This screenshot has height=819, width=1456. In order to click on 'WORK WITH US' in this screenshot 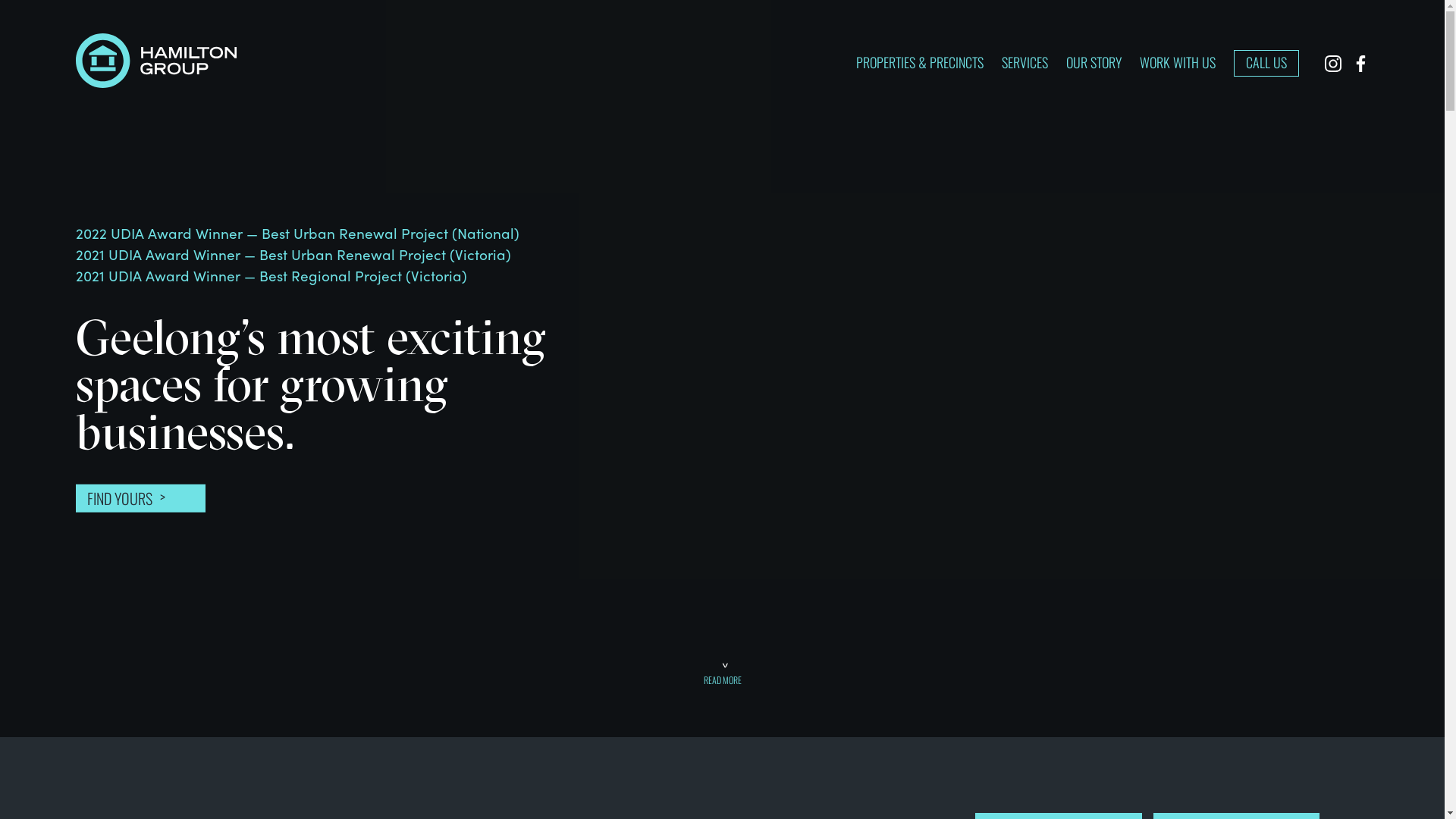, I will do `click(1177, 61)`.